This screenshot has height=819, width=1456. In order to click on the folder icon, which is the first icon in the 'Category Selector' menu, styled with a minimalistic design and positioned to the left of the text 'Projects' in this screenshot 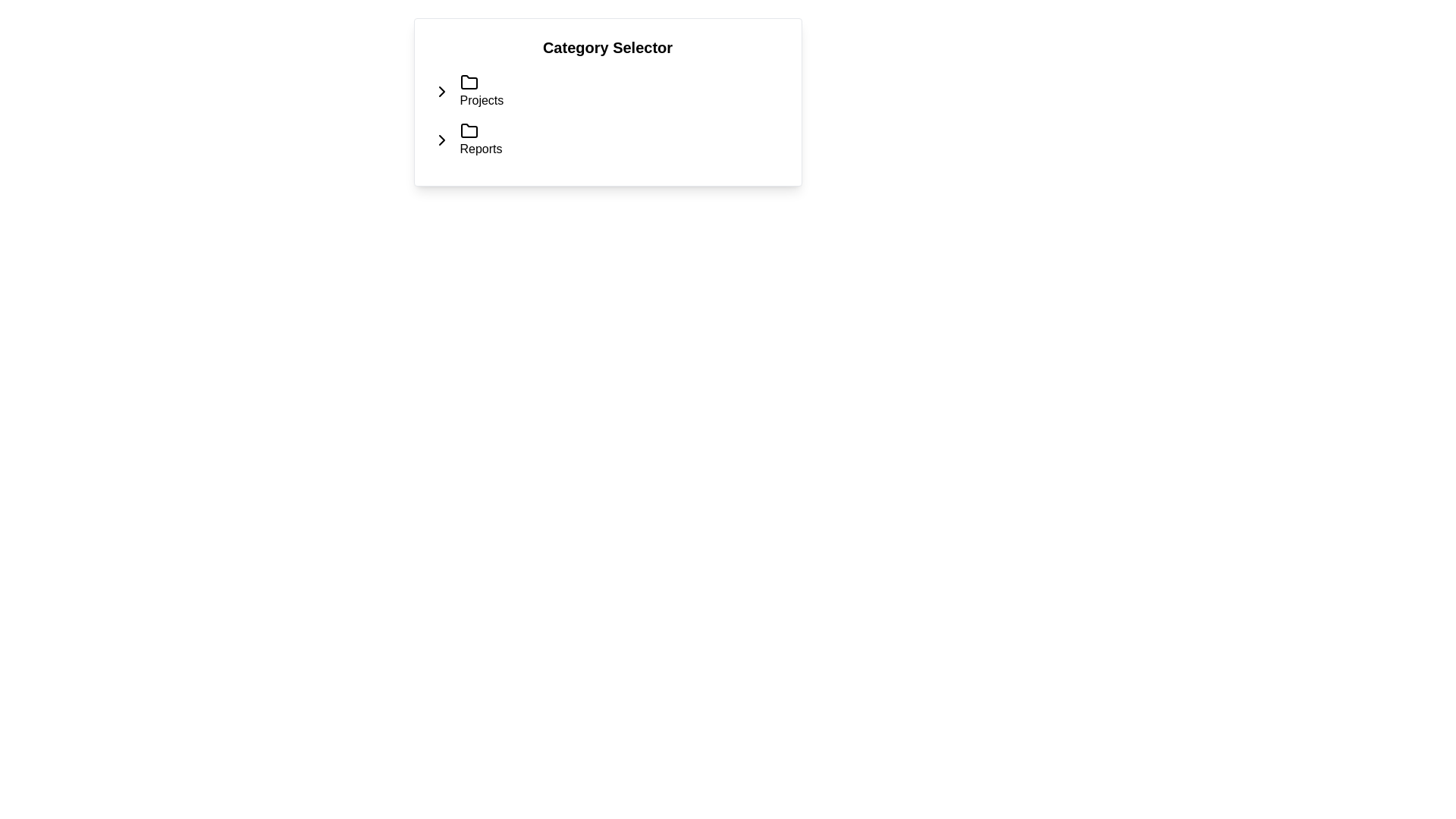, I will do `click(468, 82)`.